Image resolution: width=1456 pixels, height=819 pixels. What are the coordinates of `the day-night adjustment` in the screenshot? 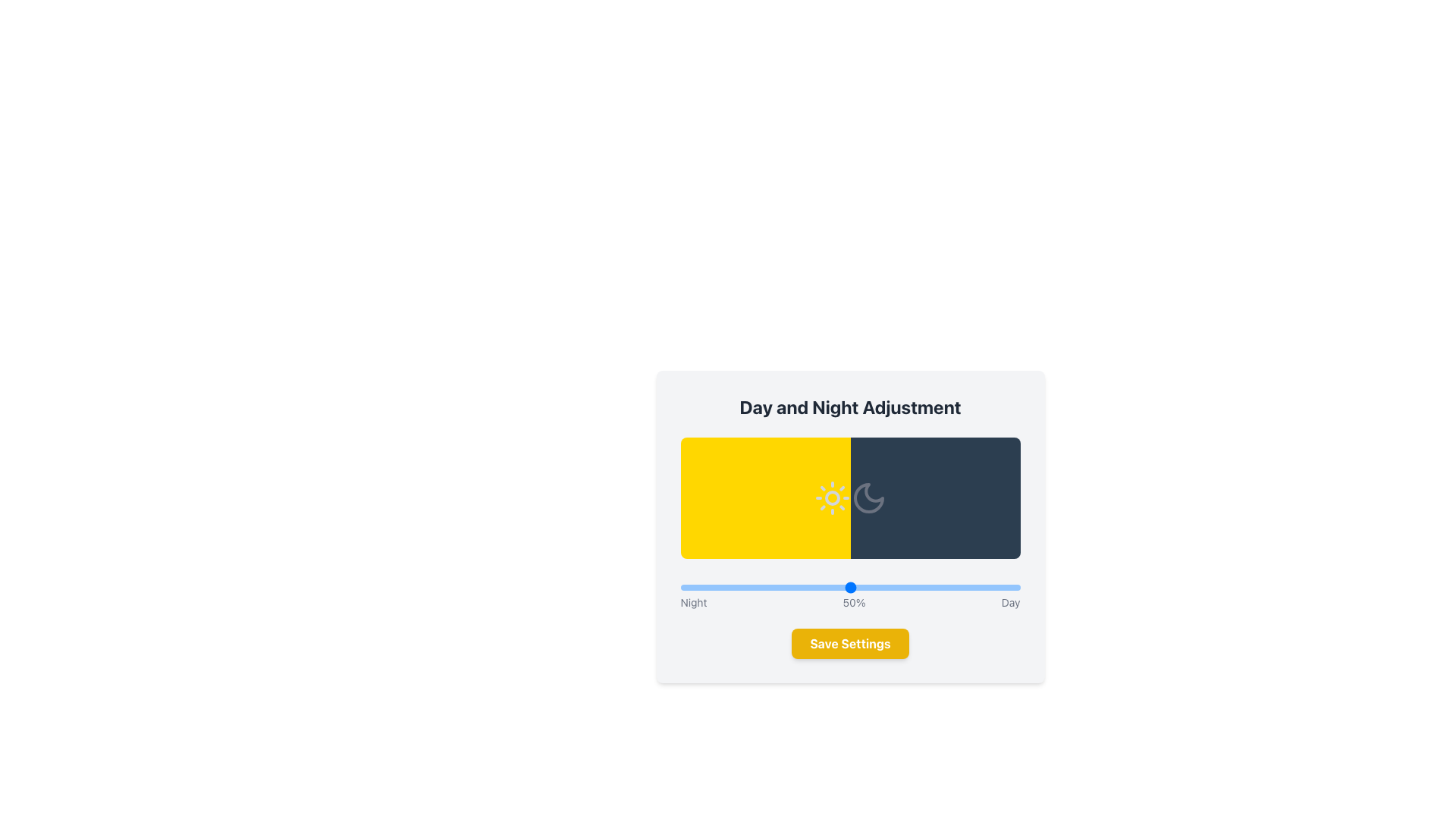 It's located at (714, 587).